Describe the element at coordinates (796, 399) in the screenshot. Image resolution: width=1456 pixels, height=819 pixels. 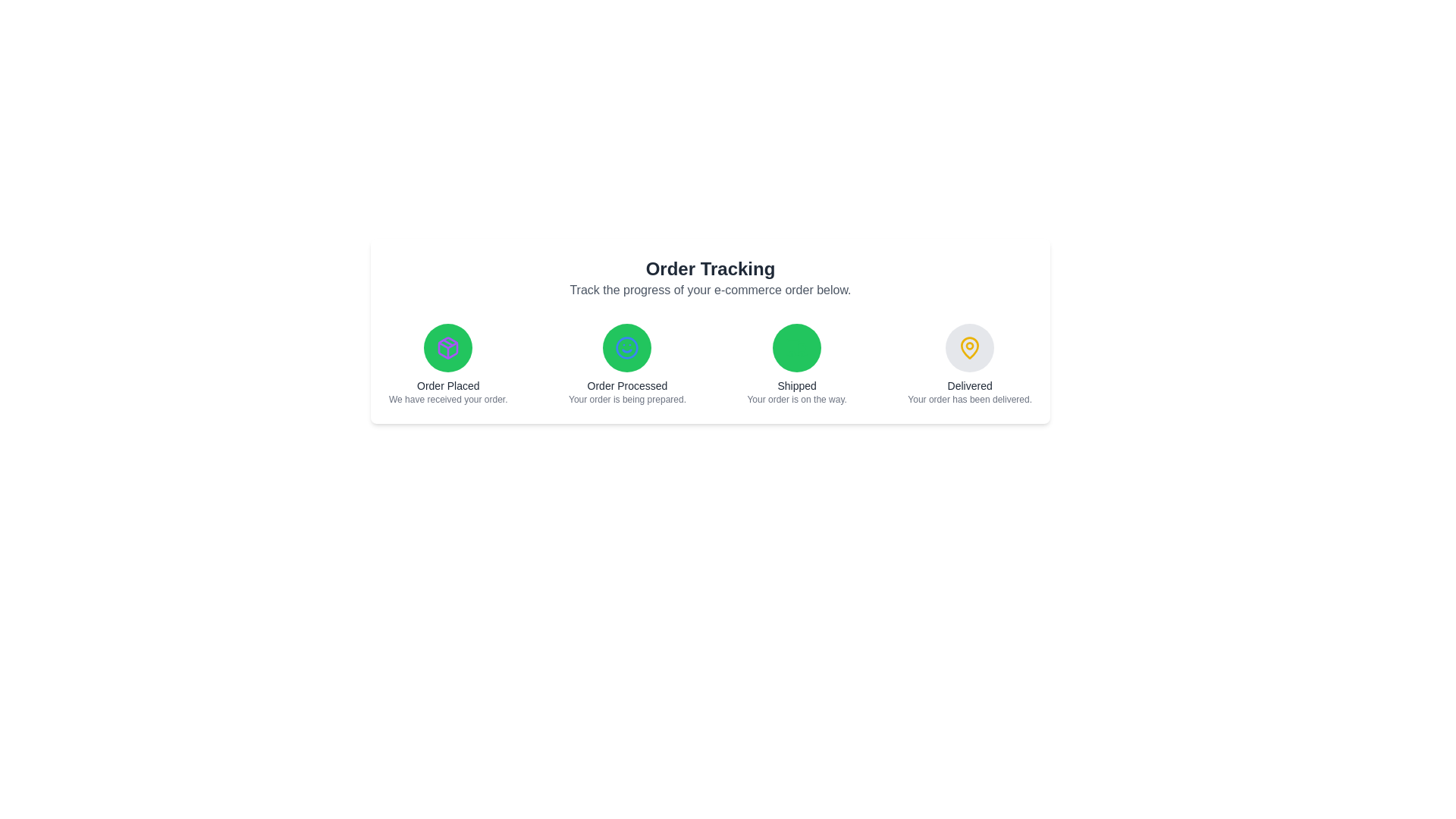
I see `the status text indicating that the user's order is currently in transit, located beneath the 'Shipped' icon in the progress indicator` at that location.